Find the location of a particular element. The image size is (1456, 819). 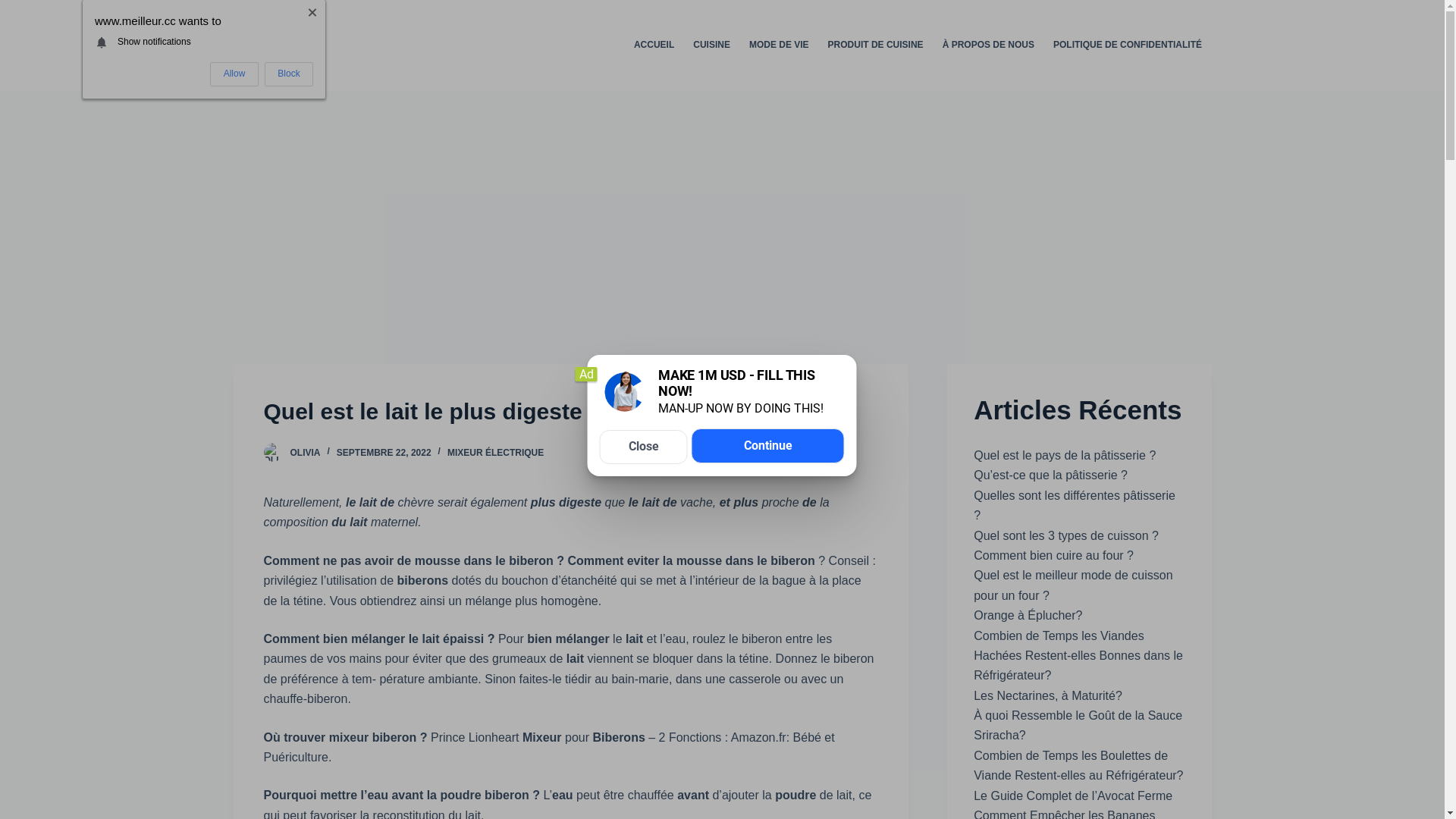

'Comment bien cuire au four ?' is located at coordinates (973, 555).